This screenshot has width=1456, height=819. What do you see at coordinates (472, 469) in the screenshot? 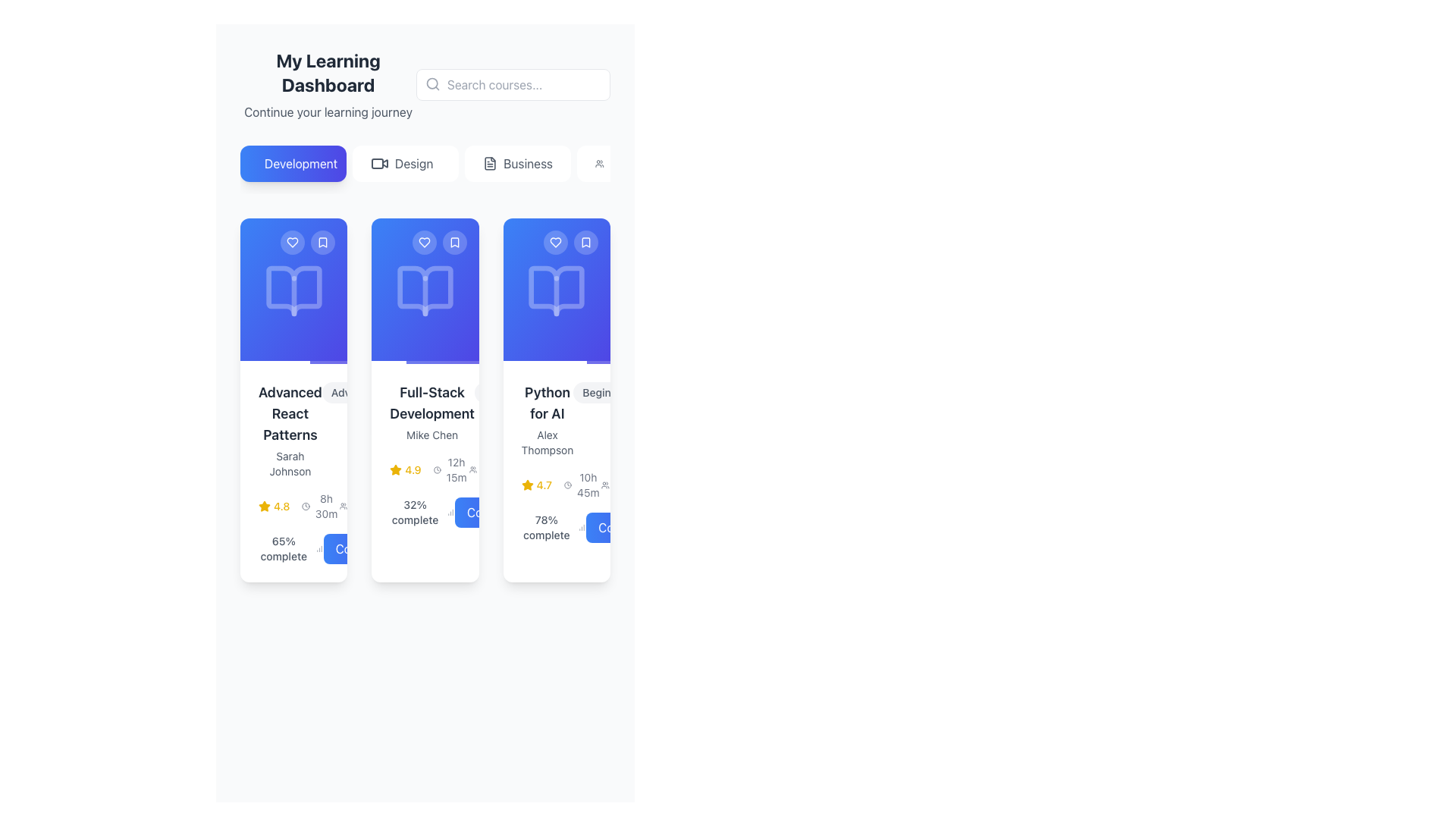
I see `the user representation icon (SVG) located to the left of the label '2156 students'` at bounding box center [472, 469].